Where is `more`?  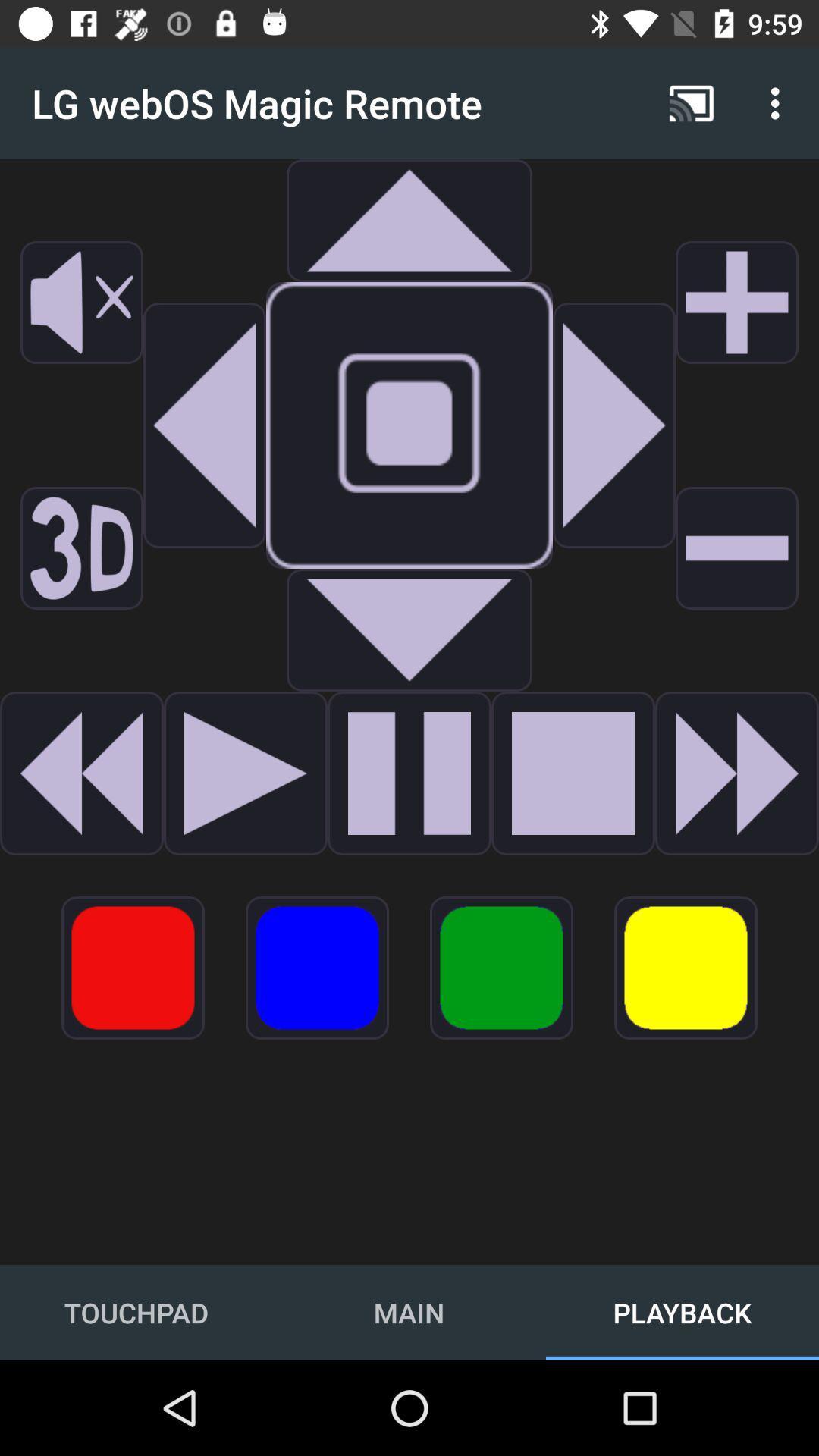 more is located at coordinates (736, 302).